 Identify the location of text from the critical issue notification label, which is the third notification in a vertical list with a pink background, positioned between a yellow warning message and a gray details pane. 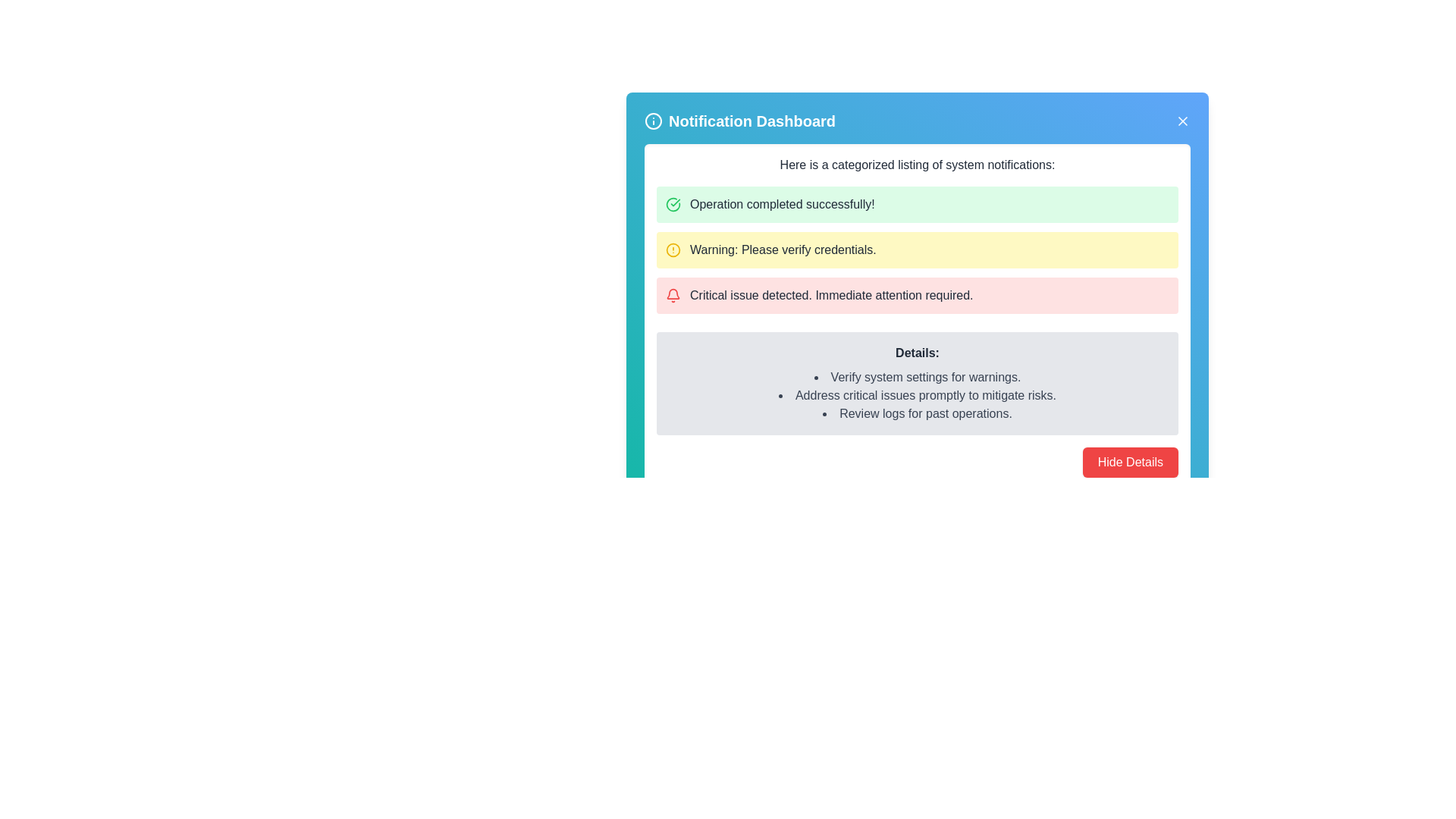
(830, 295).